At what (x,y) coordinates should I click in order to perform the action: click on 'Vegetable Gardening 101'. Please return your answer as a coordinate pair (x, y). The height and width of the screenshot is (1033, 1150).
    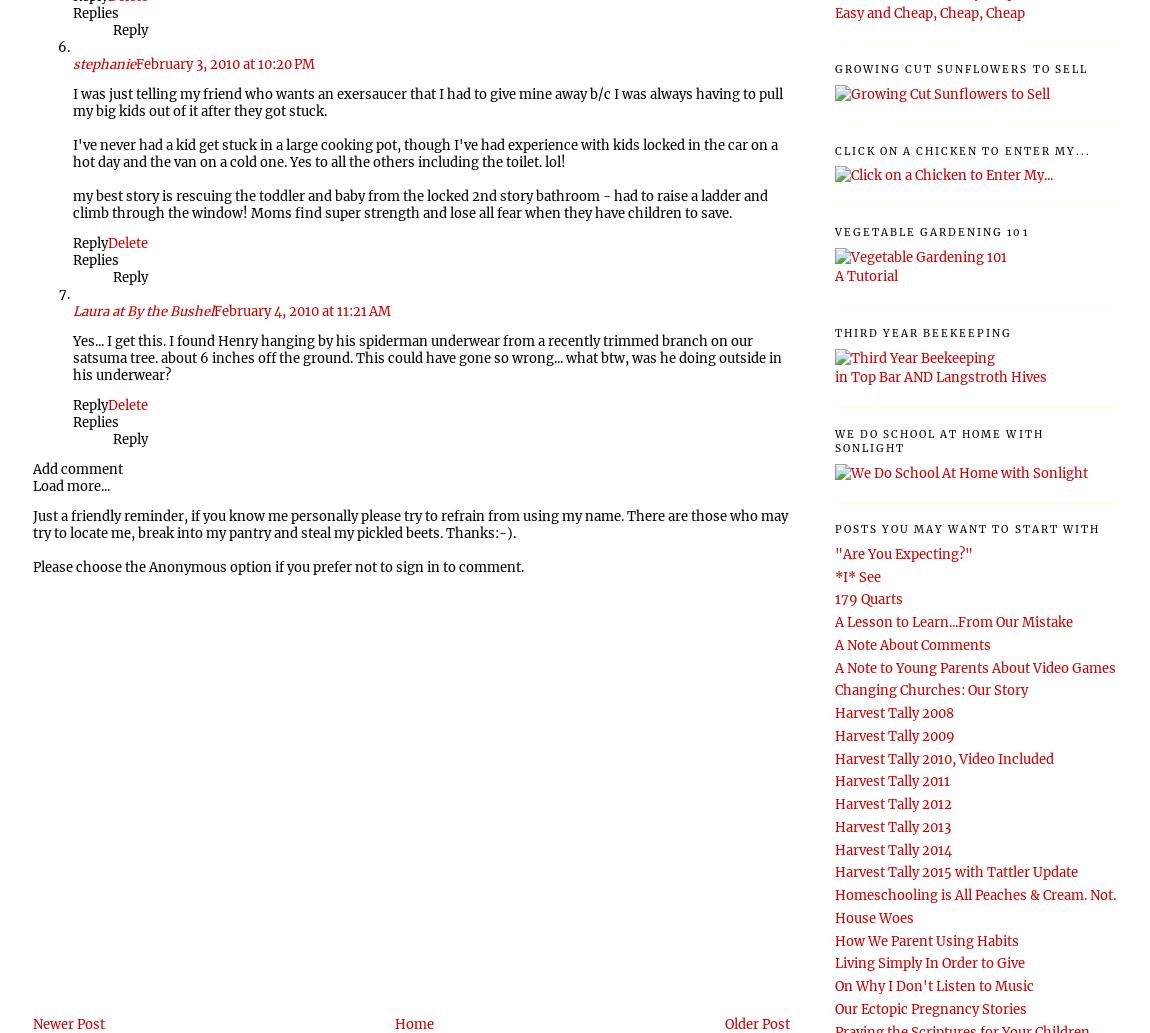
    Looking at the image, I should click on (931, 230).